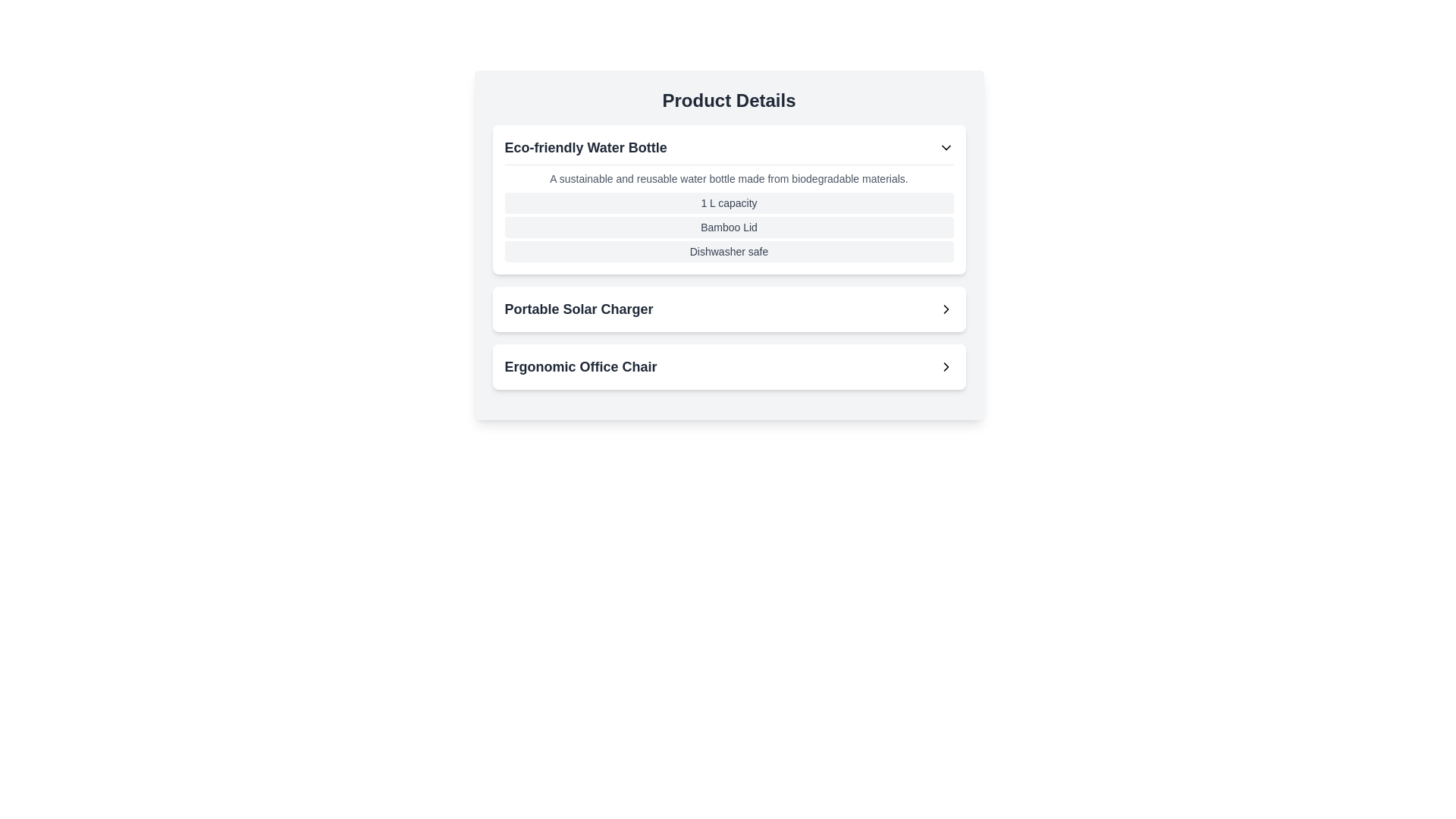  I want to click on the clickable item representing the 'Eco-friendly Water Bottle' title, so click(729, 148).